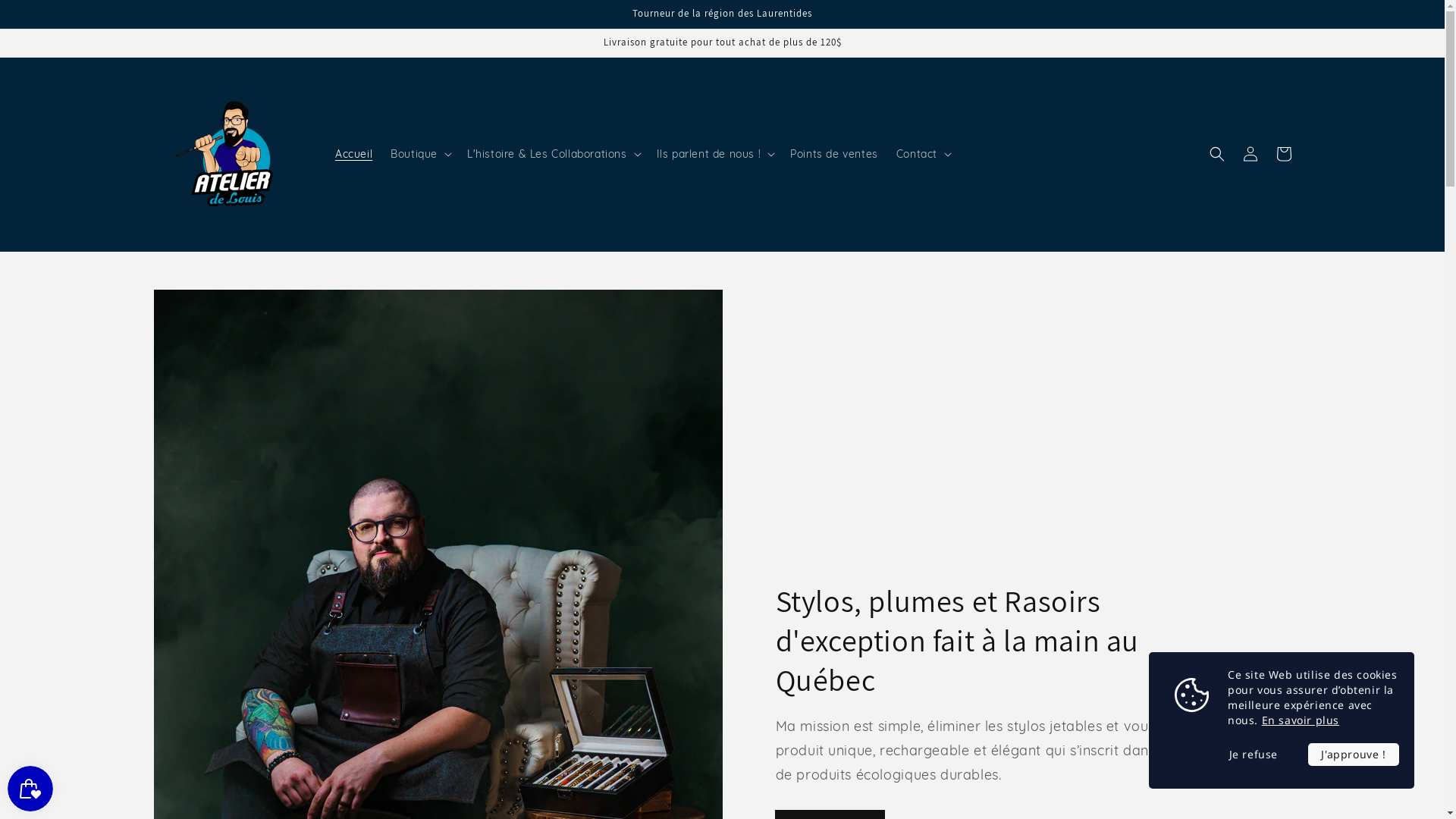  Describe the element at coordinates (353, 154) in the screenshot. I see `'Accueil'` at that location.